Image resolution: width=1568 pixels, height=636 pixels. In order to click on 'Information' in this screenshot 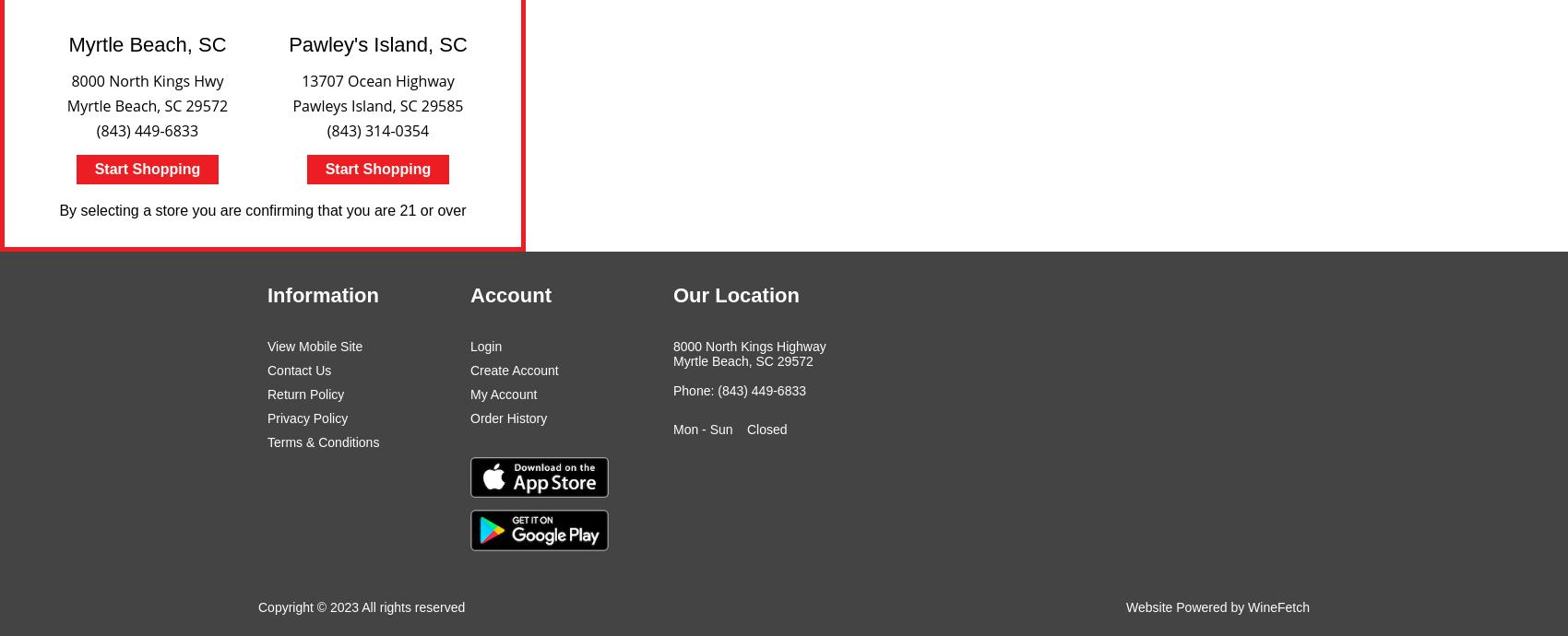, I will do `click(267, 293)`.